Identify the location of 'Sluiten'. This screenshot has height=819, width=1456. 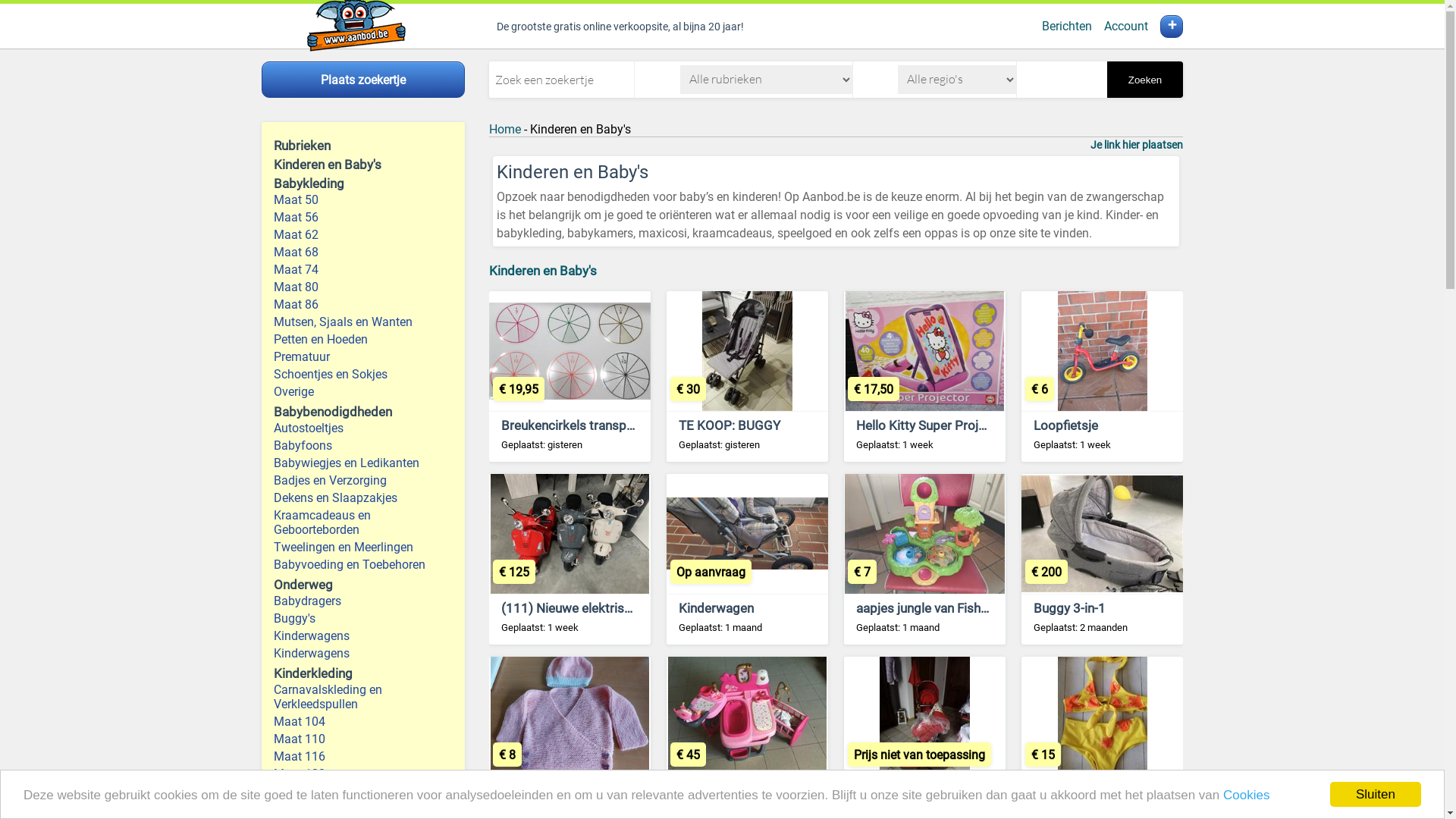
(1376, 793).